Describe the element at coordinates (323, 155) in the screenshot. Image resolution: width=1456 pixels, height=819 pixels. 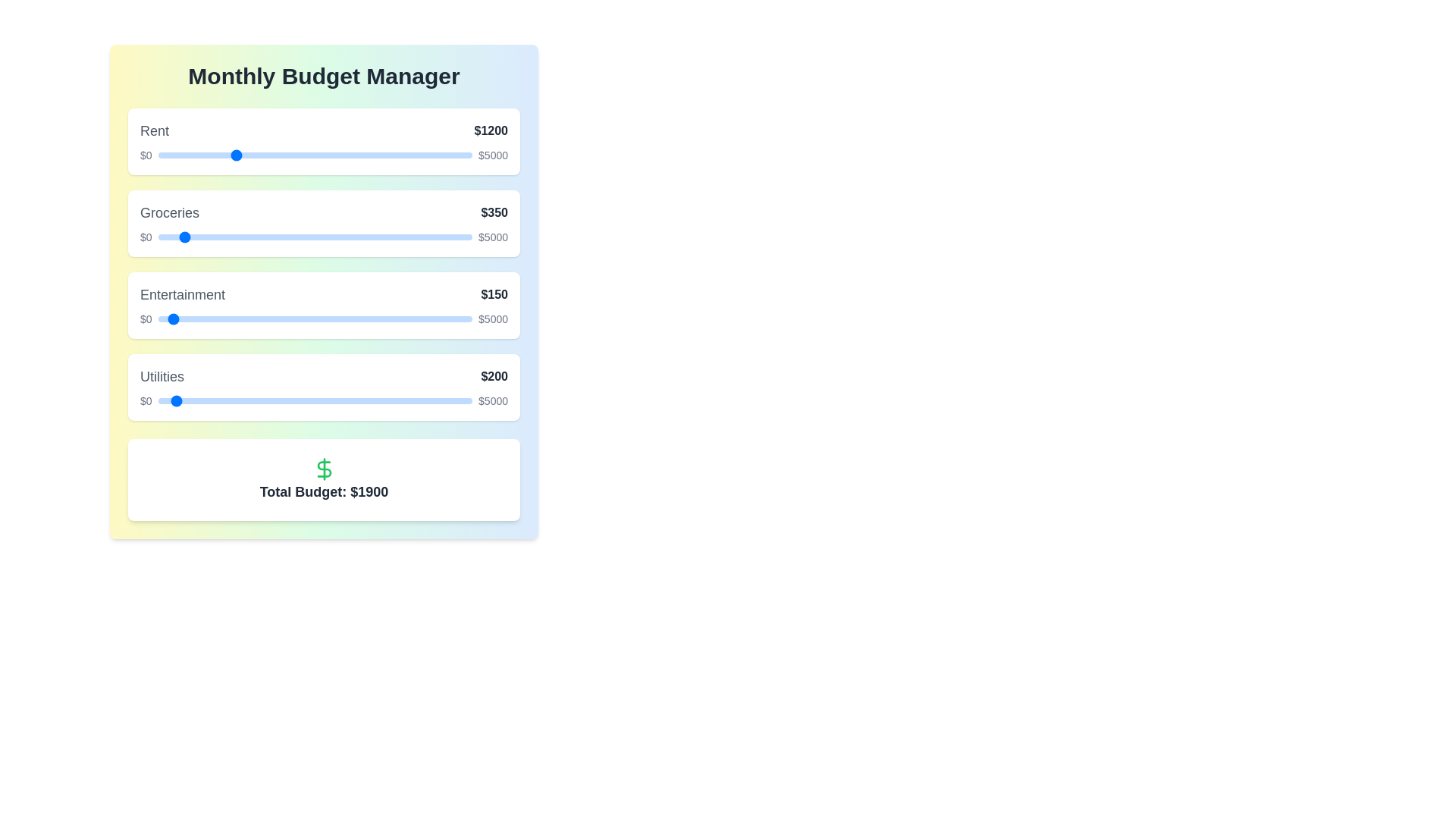
I see `the central interactive horizontal slider track of the Range input slider located in the 'Rent $1200' section to move the handle` at that location.